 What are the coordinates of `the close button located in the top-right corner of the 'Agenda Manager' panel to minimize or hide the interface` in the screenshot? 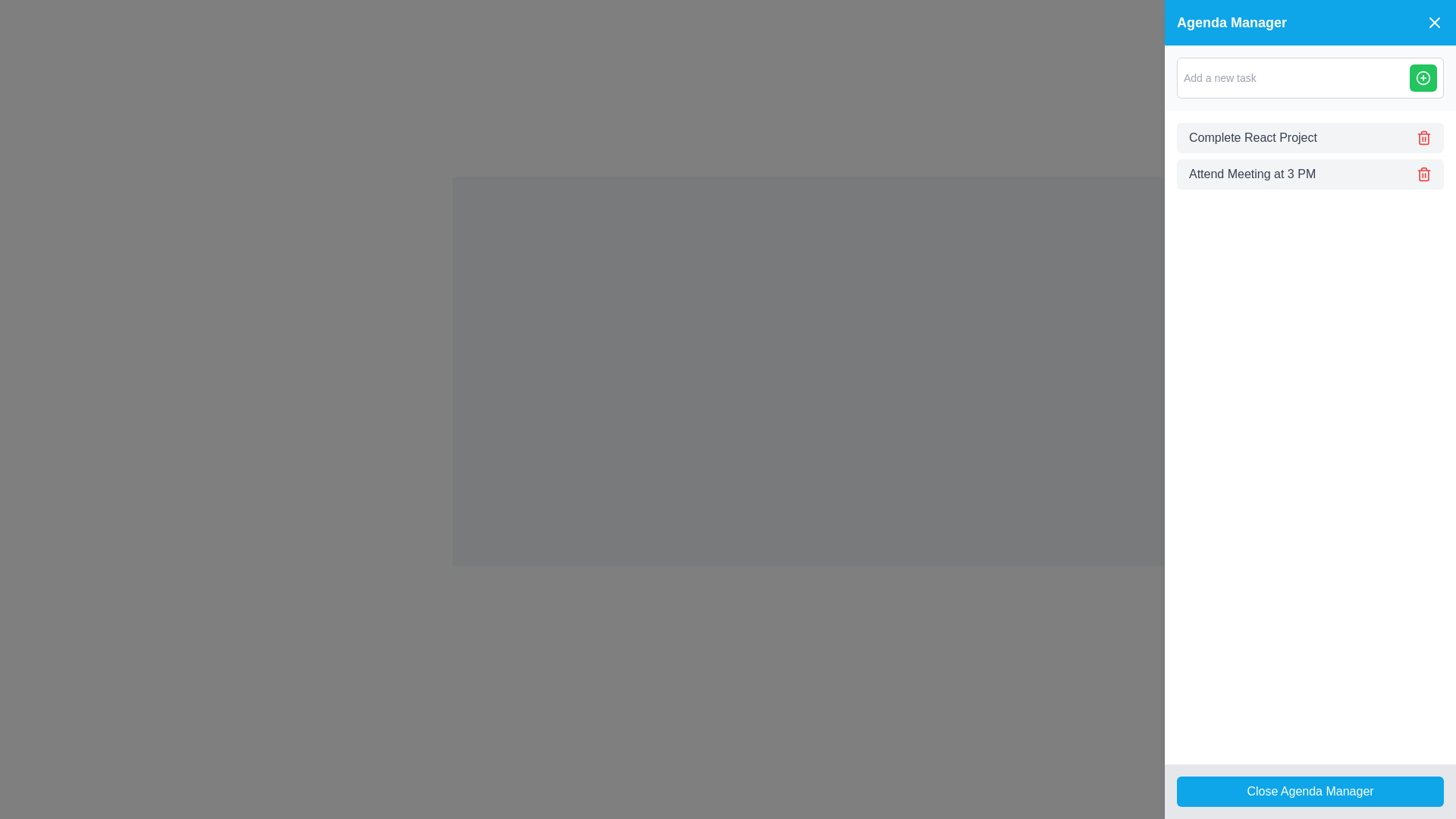 It's located at (1433, 23).